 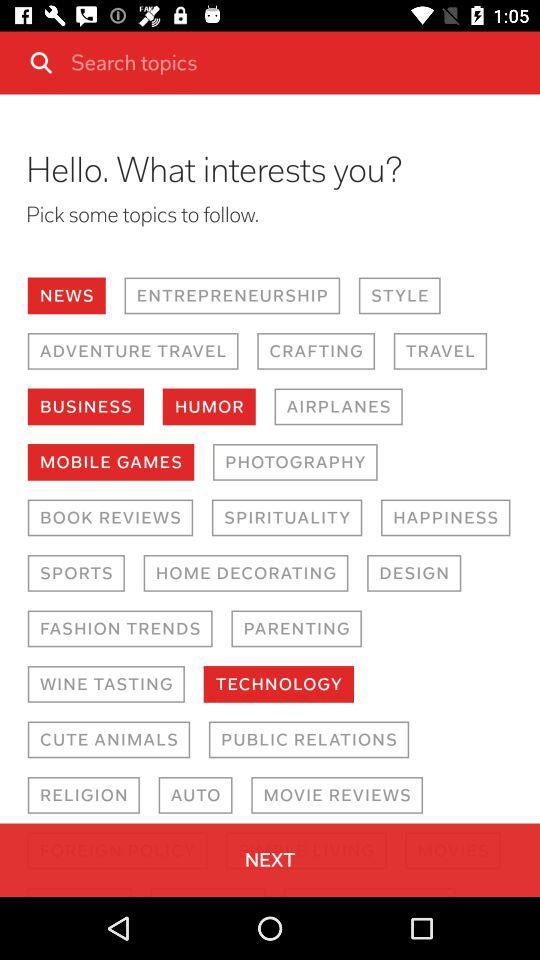 I want to click on icon next to airplanes, so click(x=208, y=405).